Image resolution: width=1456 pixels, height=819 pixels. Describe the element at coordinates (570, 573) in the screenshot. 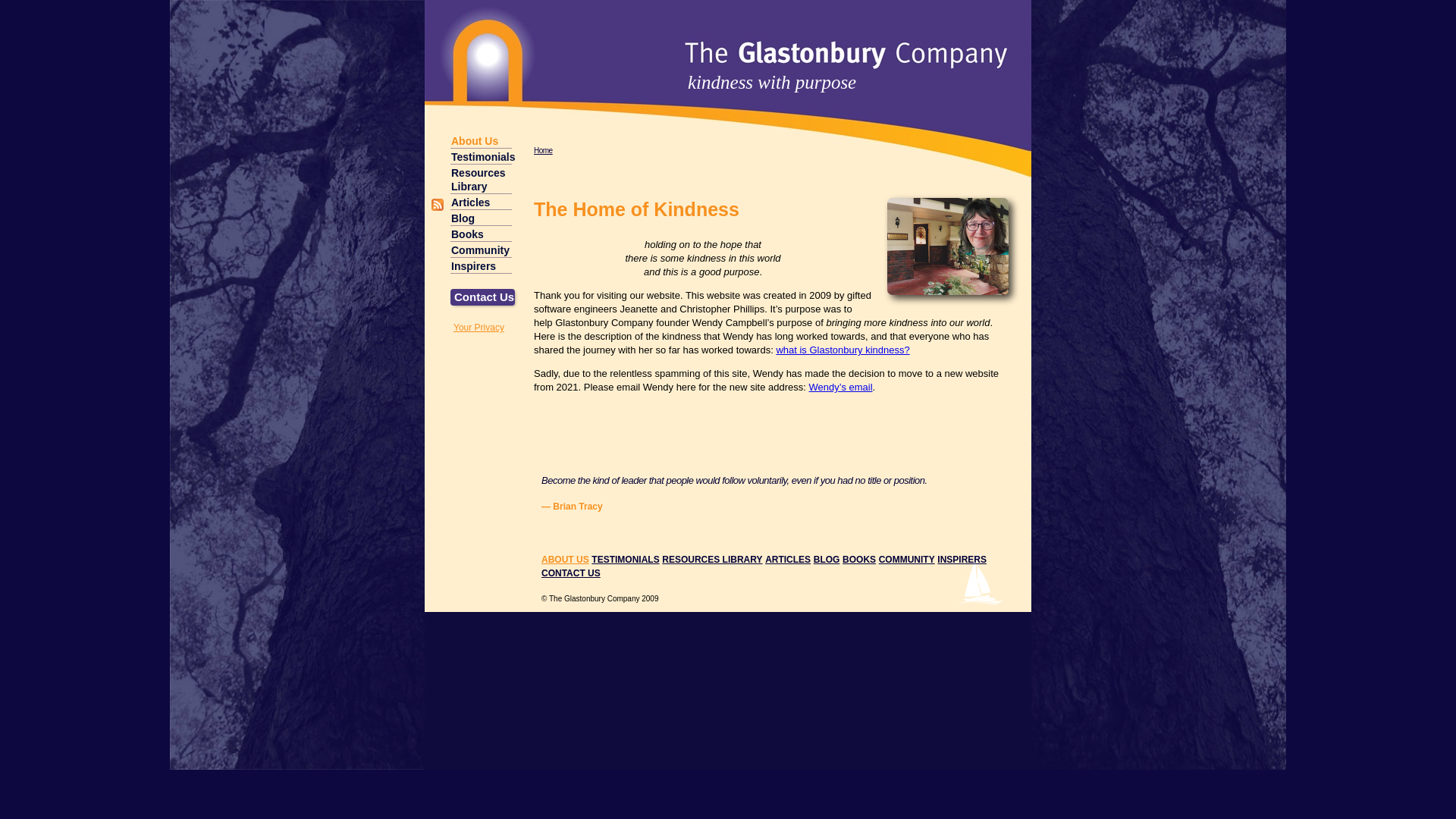

I see `'CONTACT US'` at that location.